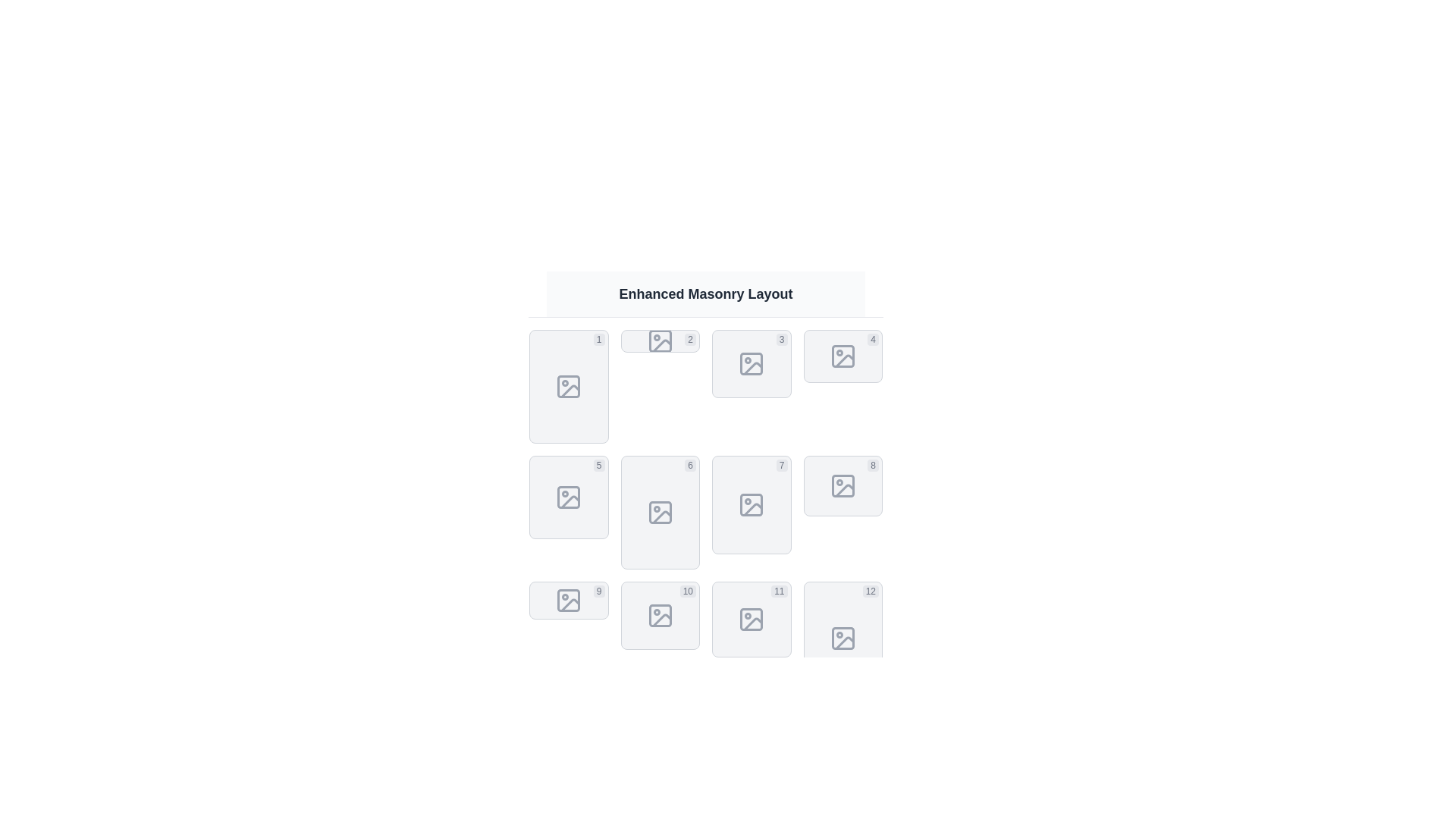 This screenshot has height=819, width=1456. Describe the element at coordinates (568, 599) in the screenshot. I see `the Graphical placeholder icon, which is a grayscale image placeholder with a square outline and rounded corners, located in the ninth item of a grid layout` at that location.